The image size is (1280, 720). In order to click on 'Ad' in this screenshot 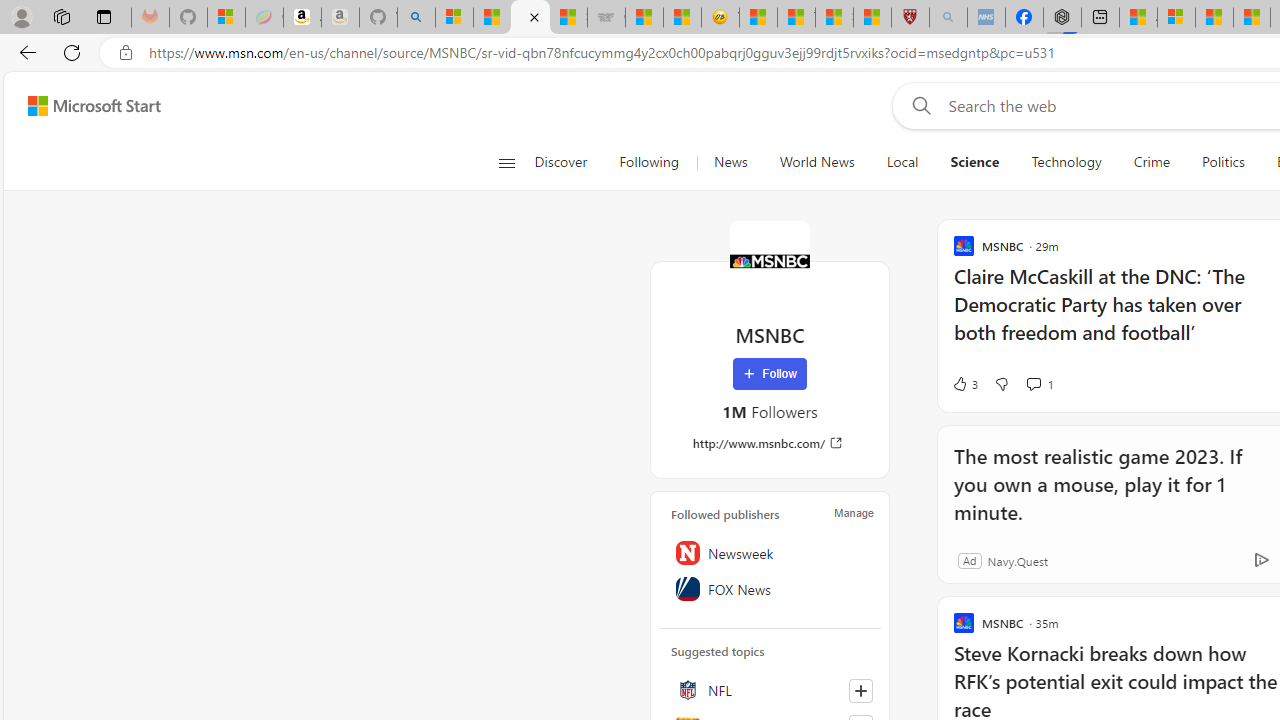, I will do `click(969, 560)`.